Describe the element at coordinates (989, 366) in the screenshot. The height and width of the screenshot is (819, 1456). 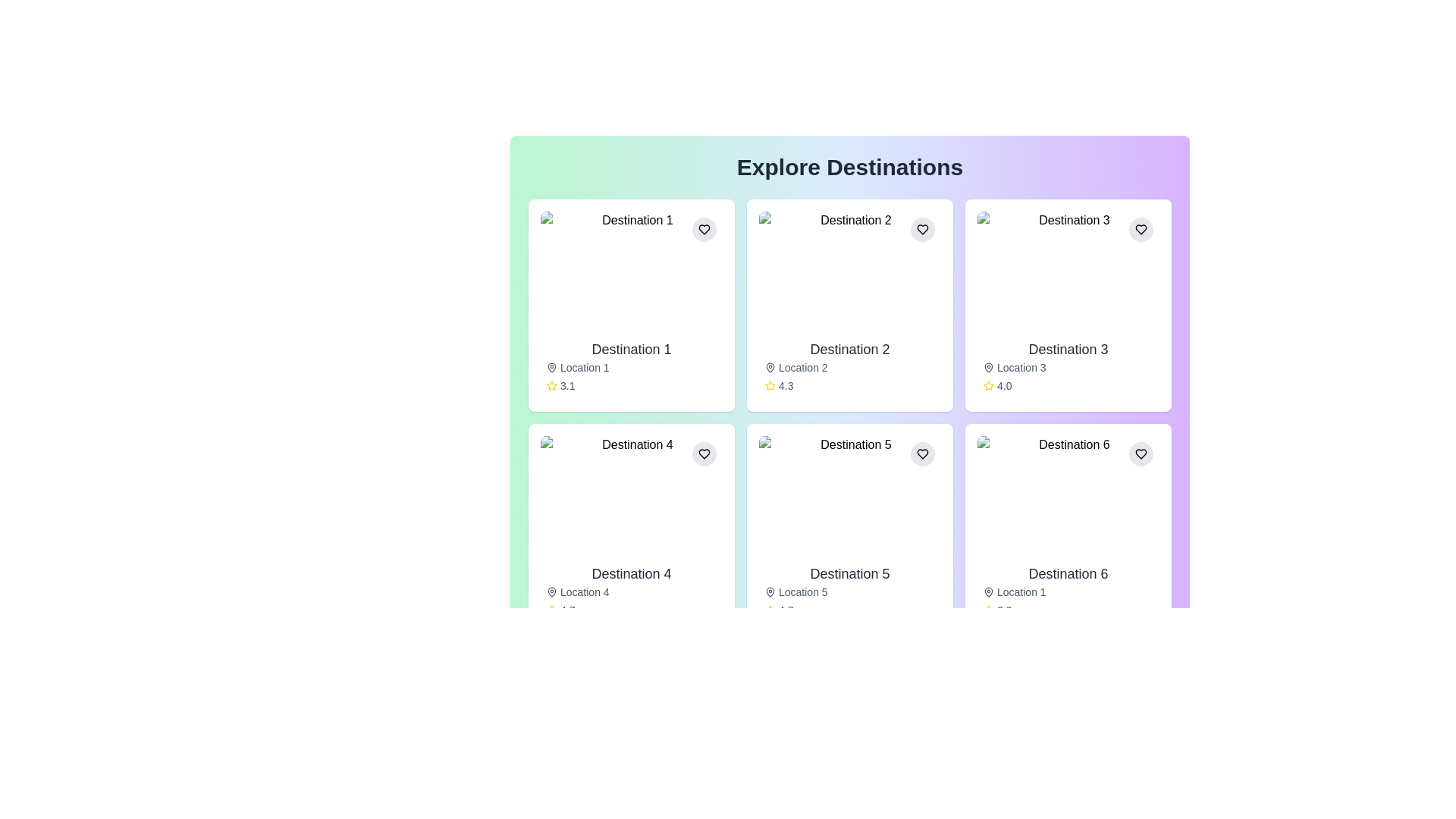
I see `the location icon in the third card under the 'Explore Destinations' section, near 'Location 3' and the heart icon` at that location.